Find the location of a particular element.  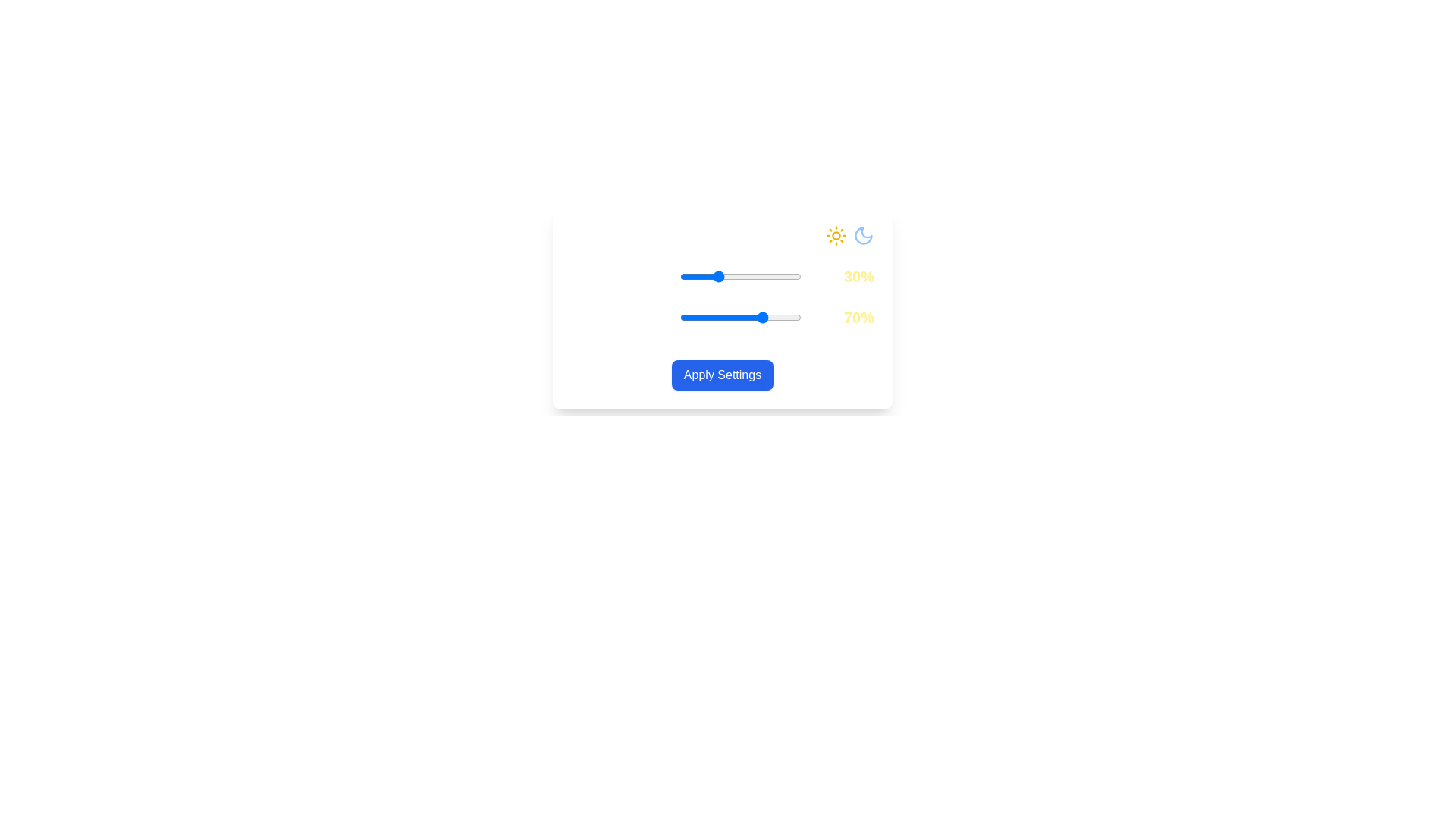

the Daylight Intensity slider to 32% is located at coordinates (718, 277).